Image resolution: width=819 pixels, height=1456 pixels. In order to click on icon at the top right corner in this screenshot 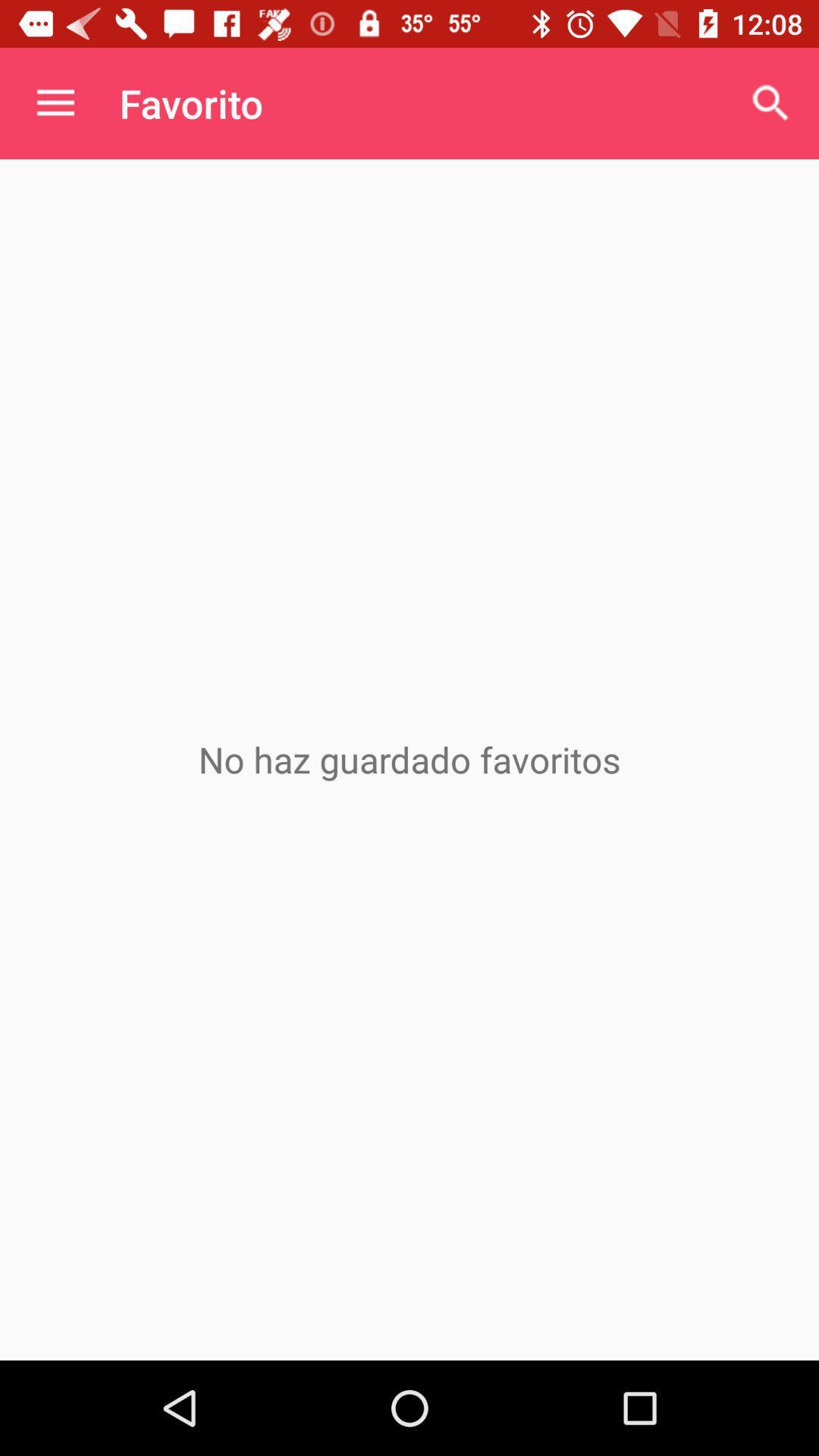, I will do `click(771, 102)`.